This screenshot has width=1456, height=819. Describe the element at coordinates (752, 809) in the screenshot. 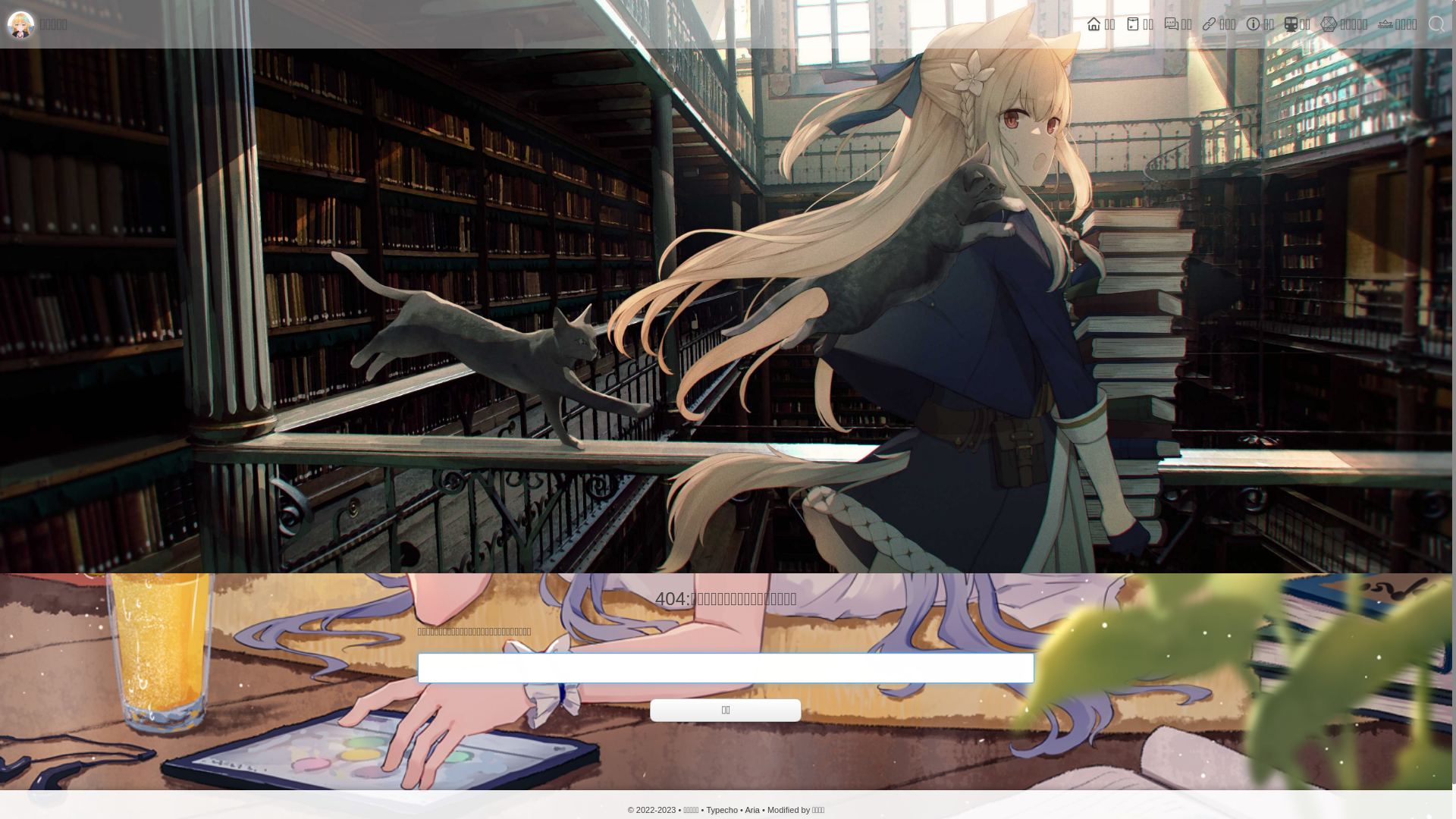

I see `'Aria'` at that location.